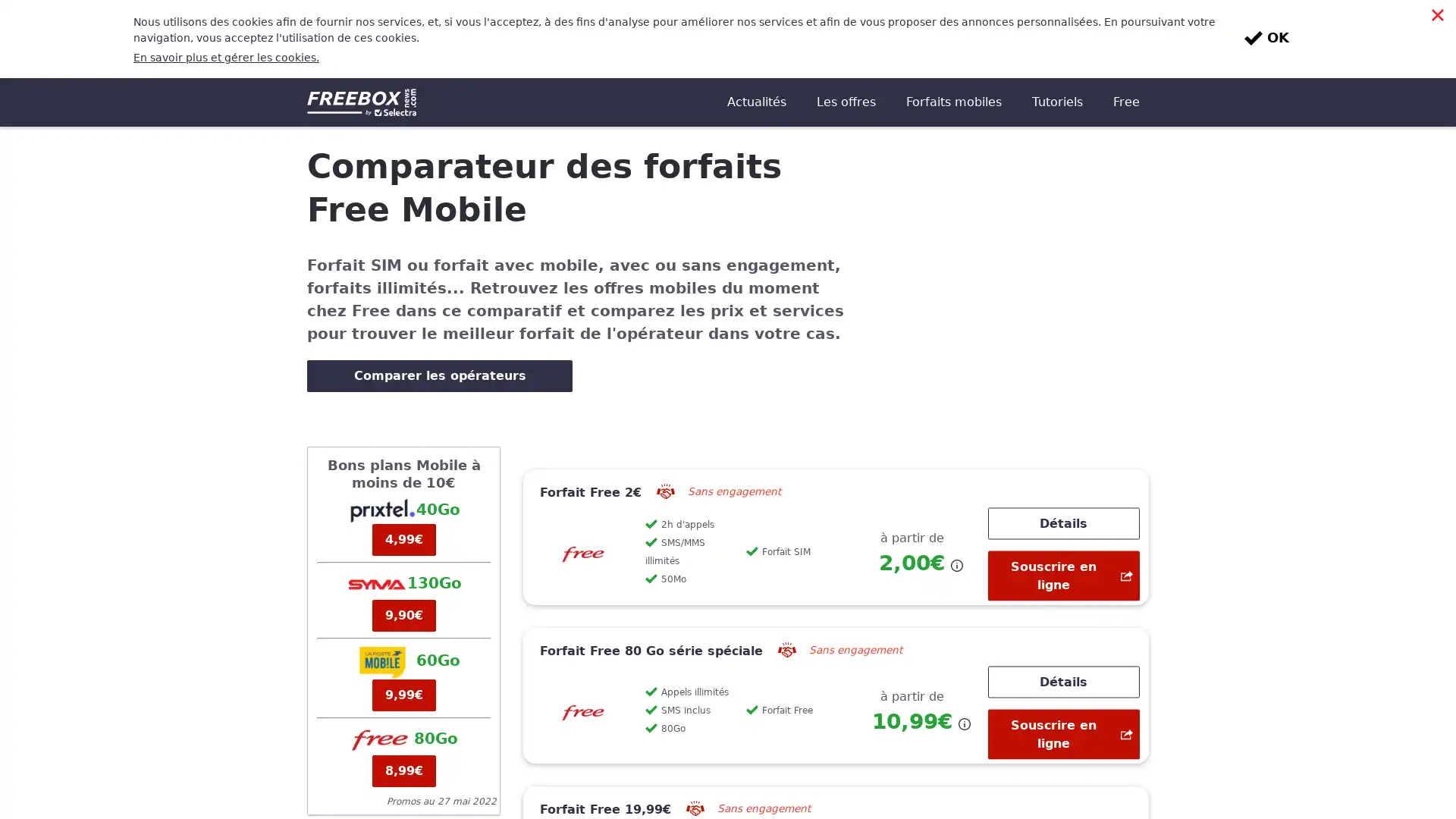 Image resolution: width=1456 pixels, height=819 pixels. I want to click on Comparer les operateurs, so click(439, 297).